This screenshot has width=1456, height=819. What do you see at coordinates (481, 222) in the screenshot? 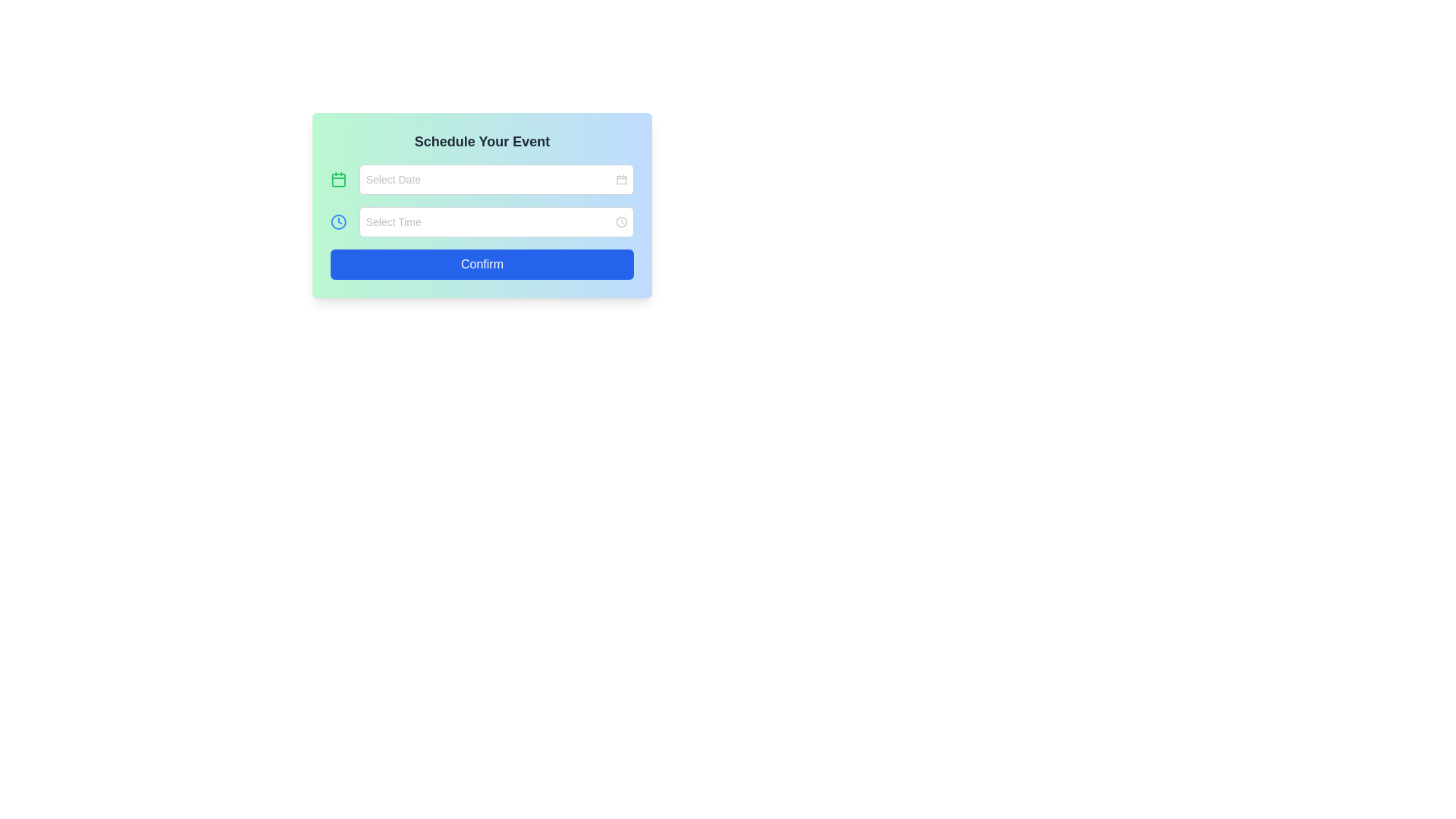
I see `the Time Picker Input Field, which is located below the 'Select Date' input field and prompts with 'Select Time'` at bounding box center [481, 222].